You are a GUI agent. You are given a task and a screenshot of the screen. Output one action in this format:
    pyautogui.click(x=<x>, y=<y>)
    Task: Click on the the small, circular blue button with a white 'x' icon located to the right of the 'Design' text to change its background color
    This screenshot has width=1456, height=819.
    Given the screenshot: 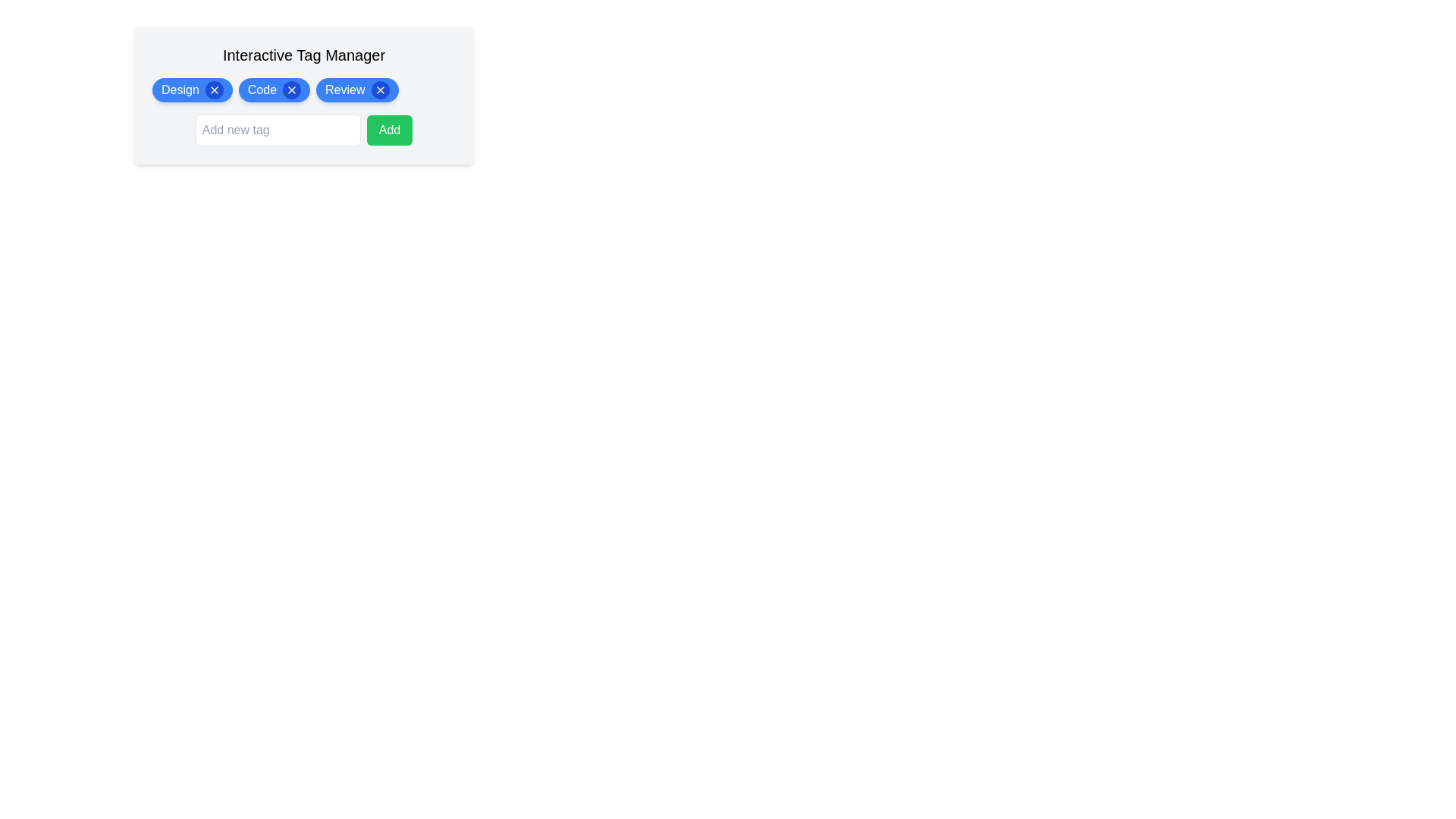 What is the action you would take?
    pyautogui.click(x=213, y=90)
    